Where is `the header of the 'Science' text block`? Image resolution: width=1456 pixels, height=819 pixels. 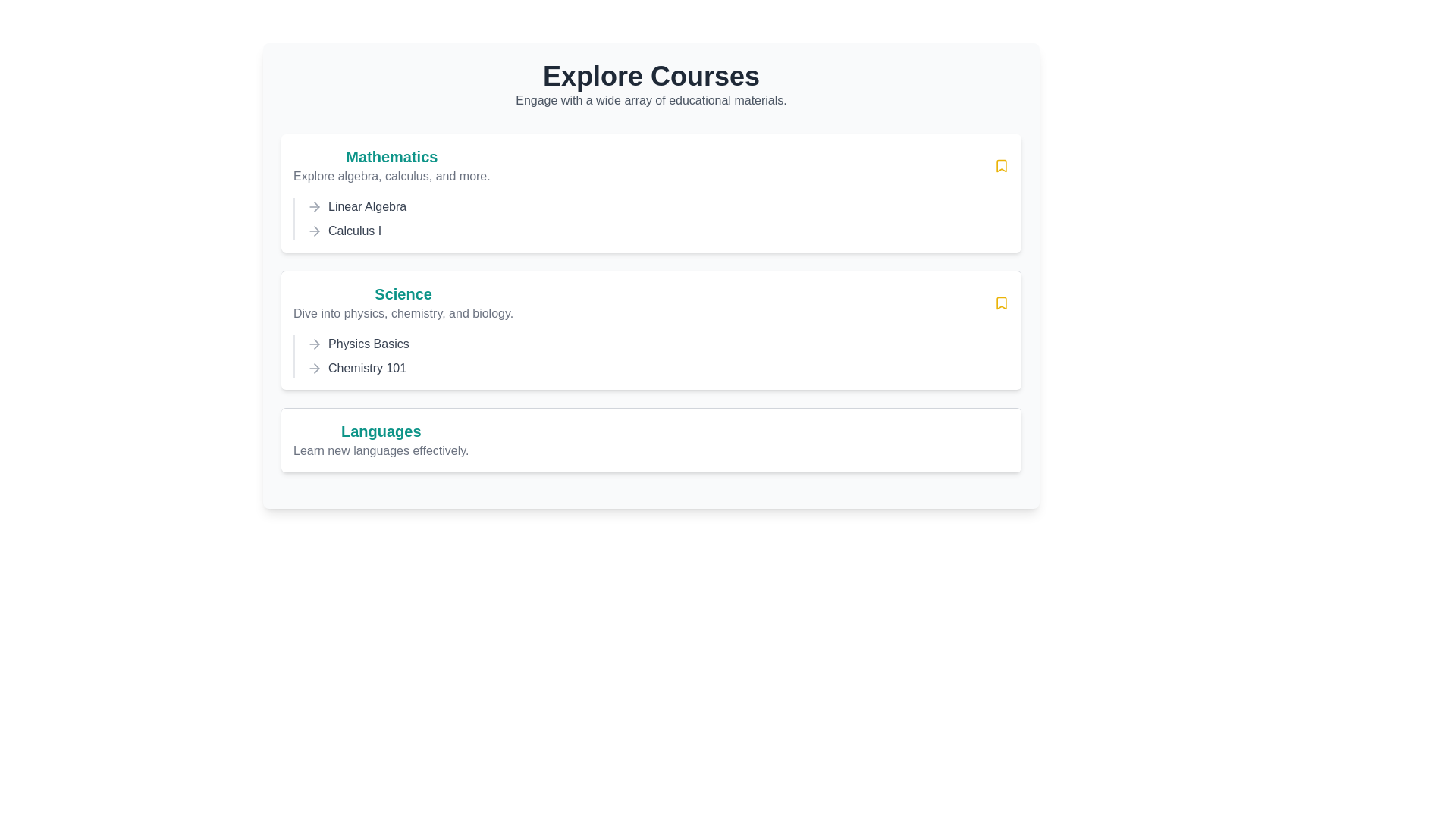
the header of the 'Science' text block is located at coordinates (403, 303).